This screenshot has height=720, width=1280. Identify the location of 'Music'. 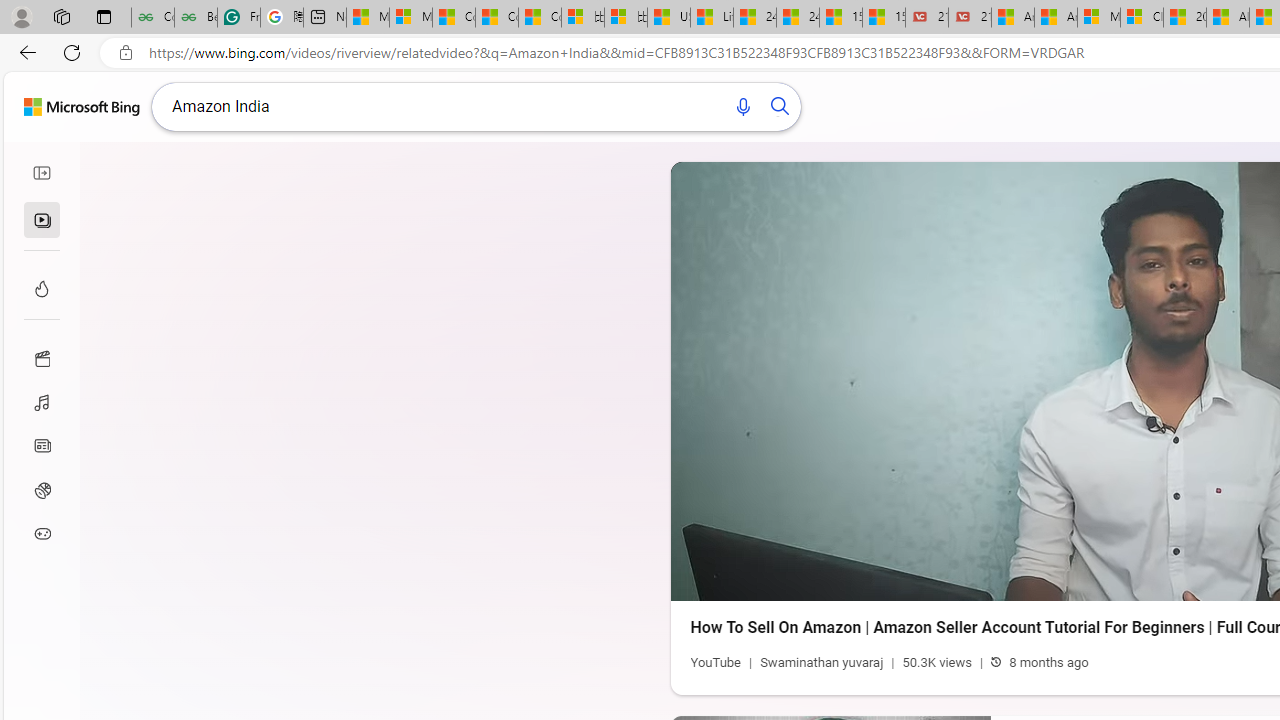
(42, 401).